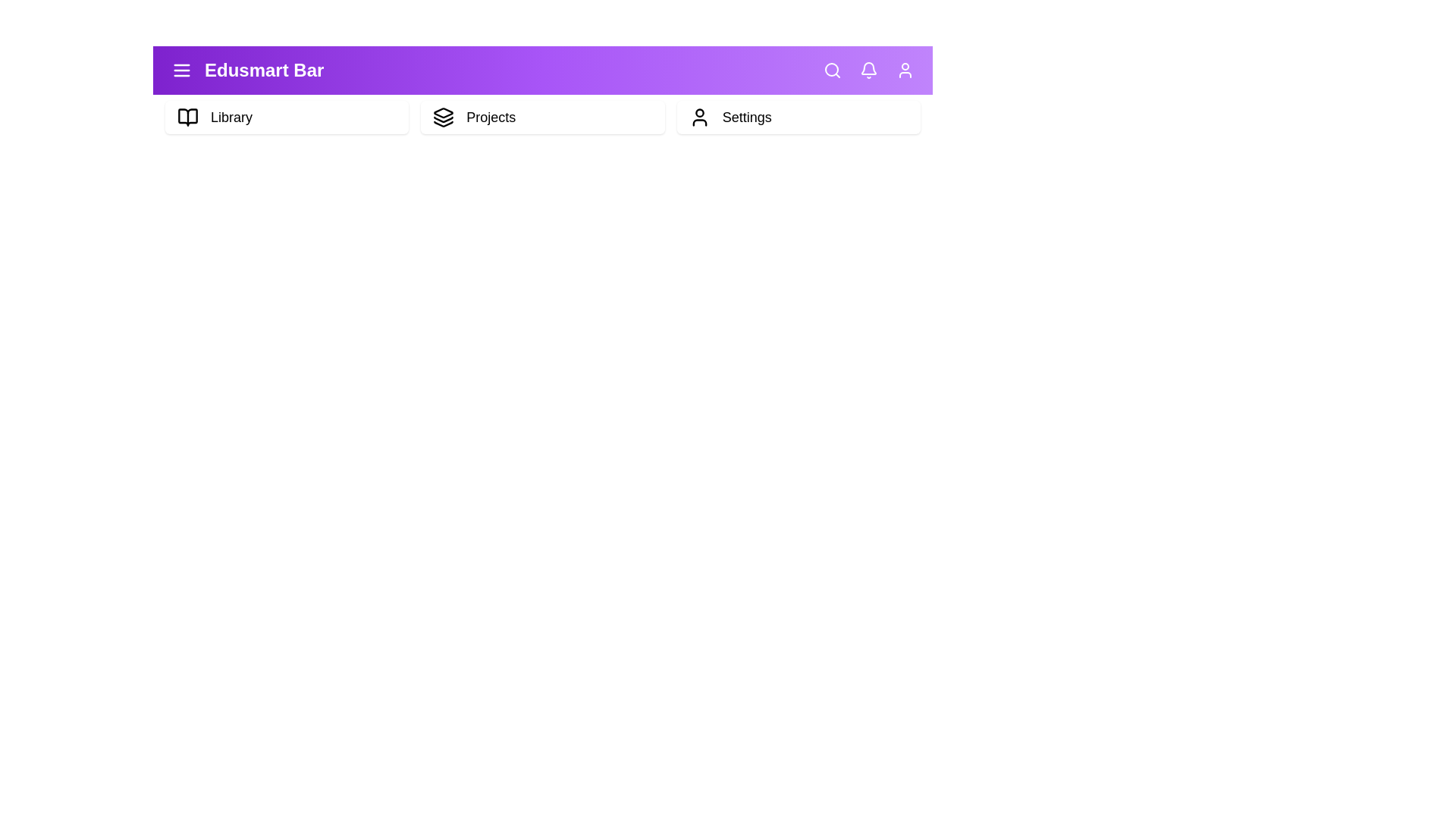 This screenshot has height=819, width=1456. Describe the element at coordinates (832, 70) in the screenshot. I see `the 'Search' icon to initiate a search action` at that location.